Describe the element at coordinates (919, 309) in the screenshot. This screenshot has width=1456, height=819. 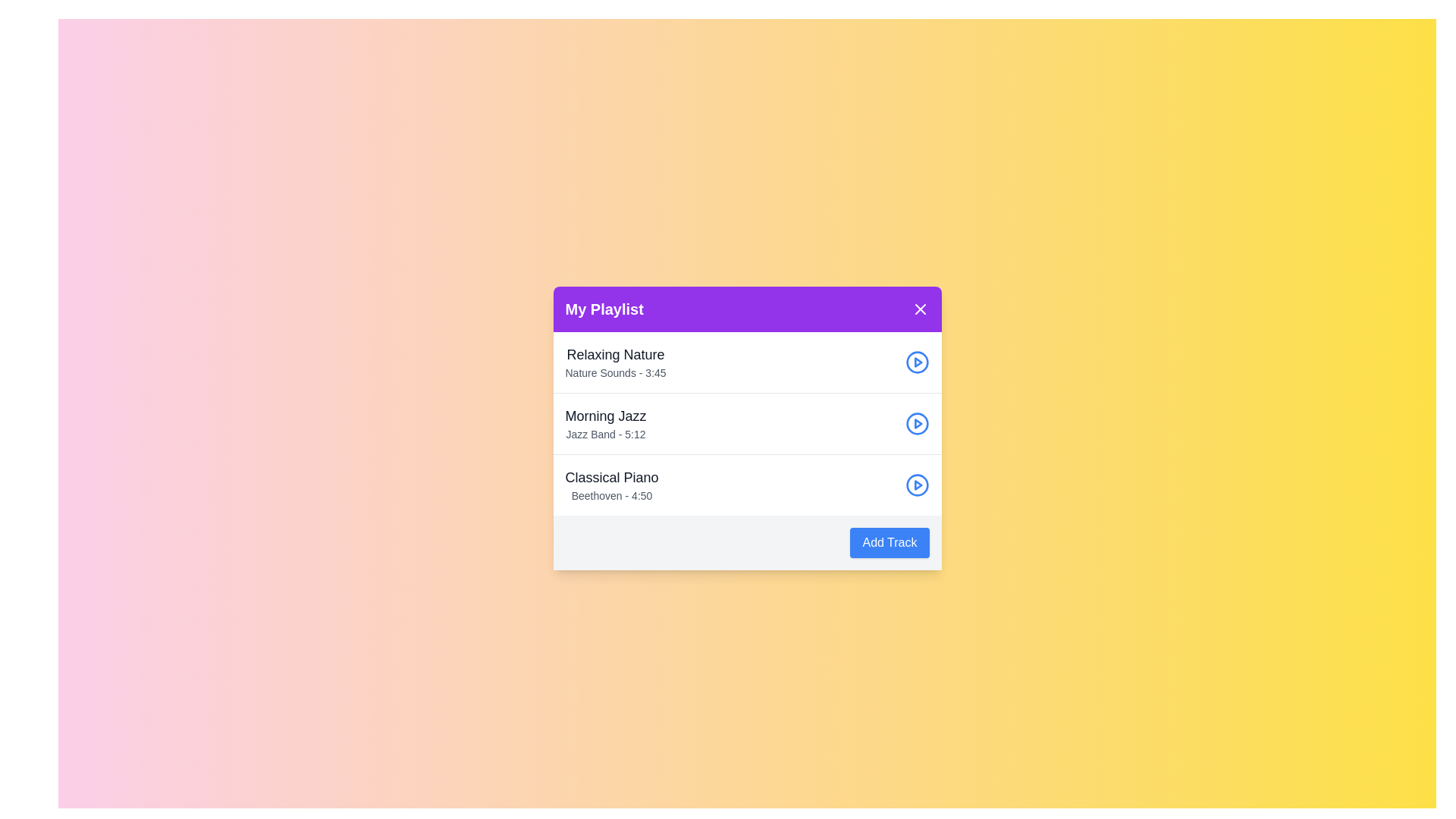
I see `the close button to close the dialog` at that location.